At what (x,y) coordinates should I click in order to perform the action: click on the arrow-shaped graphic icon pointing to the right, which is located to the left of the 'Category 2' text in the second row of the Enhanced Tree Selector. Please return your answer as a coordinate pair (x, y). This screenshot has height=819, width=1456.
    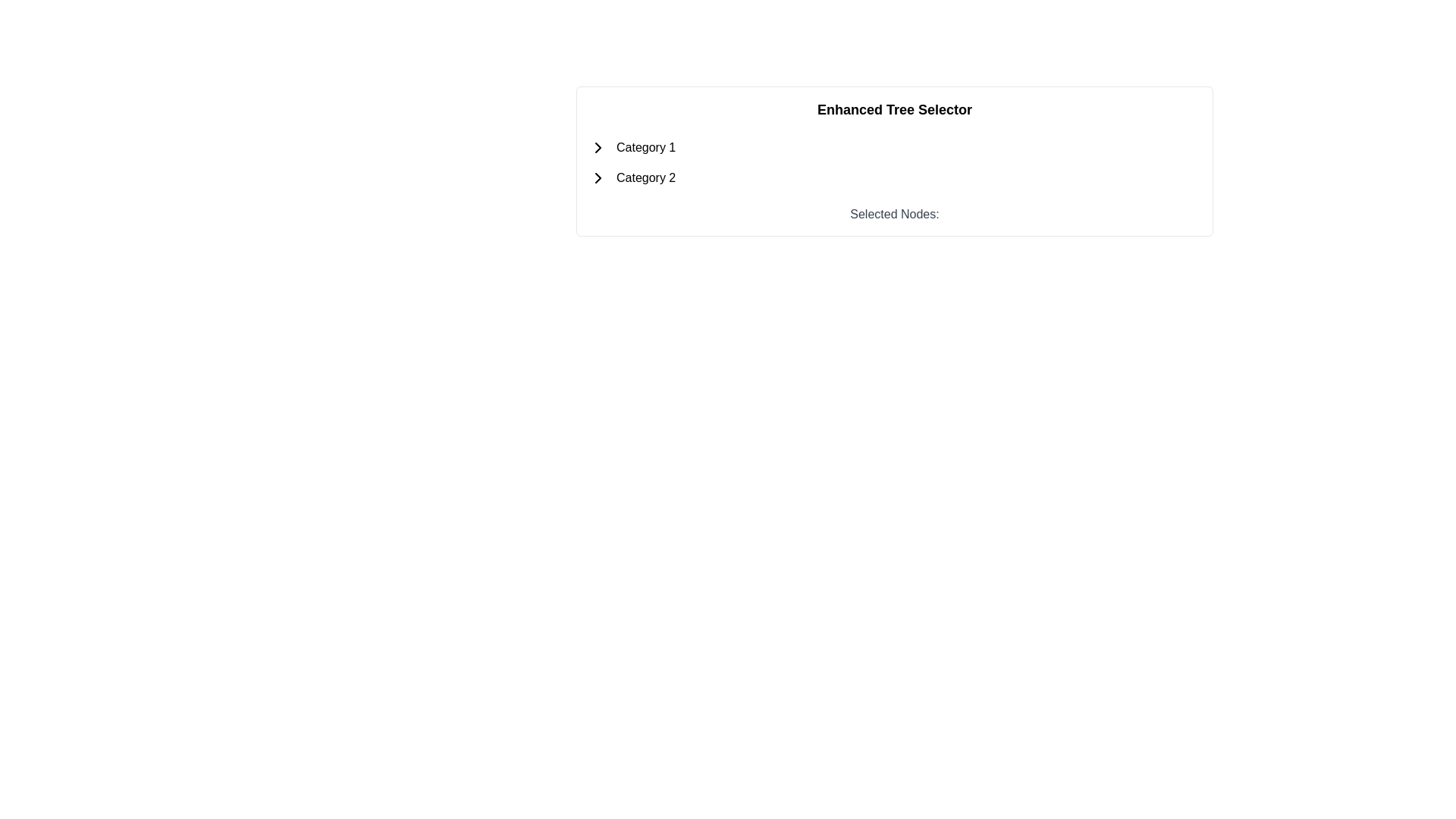
    Looking at the image, I should click on (597, 177).